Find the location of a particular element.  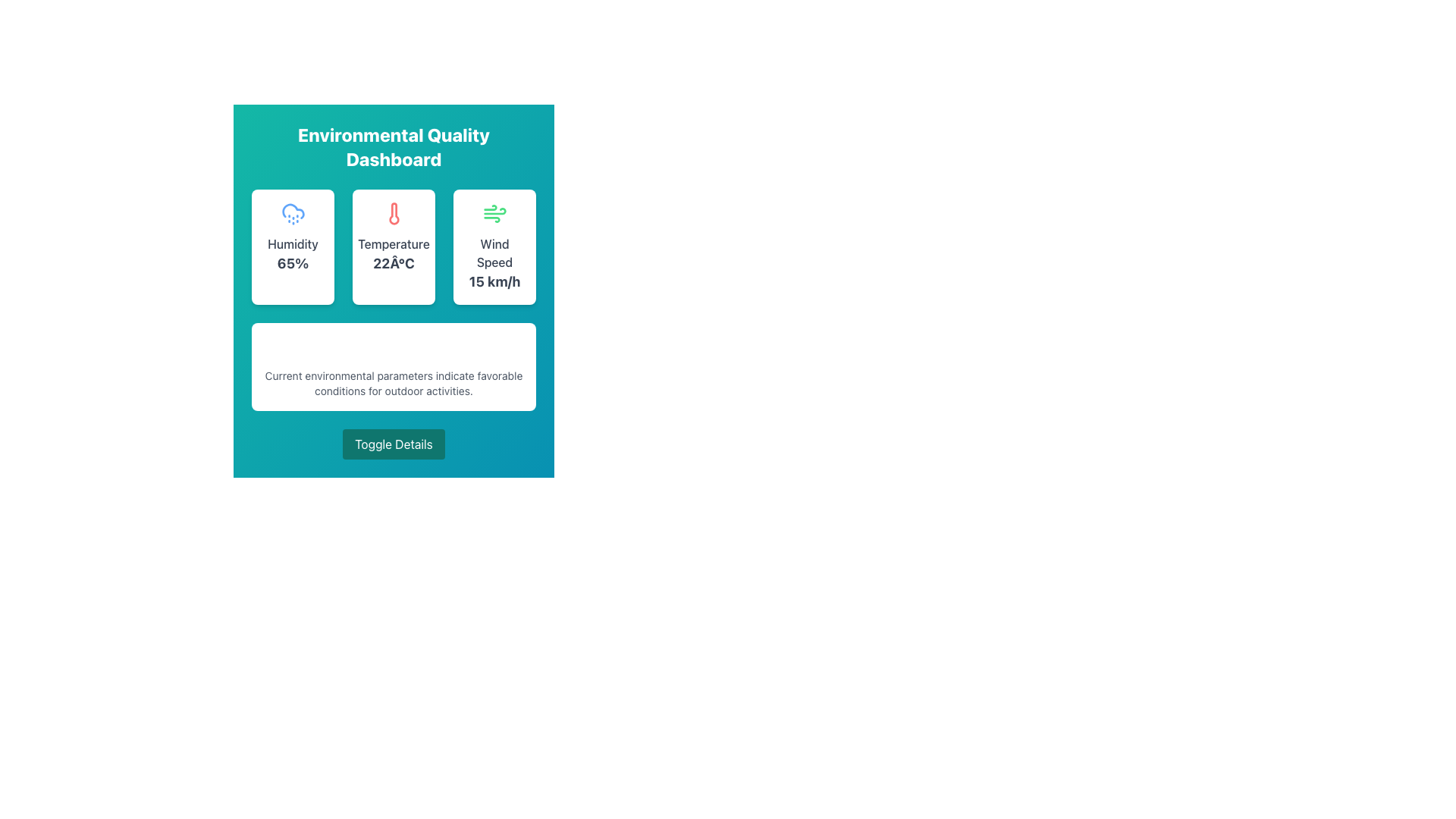

the 'Wind Speed' text label, which is a medium-weight textual label within the wind speed information card, positioned in the top-right section of the interface is located at coordinates (494, 253).